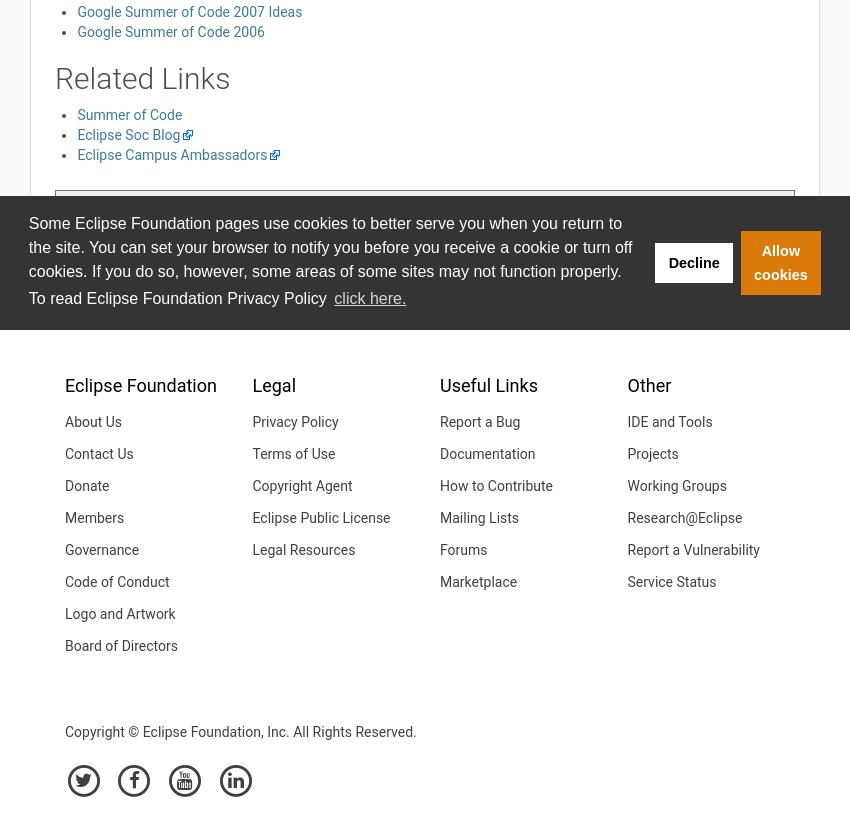  Describe the element at coordinates (320, 517) in the screenshot. I see `'Eclipse Public License'` at that location.